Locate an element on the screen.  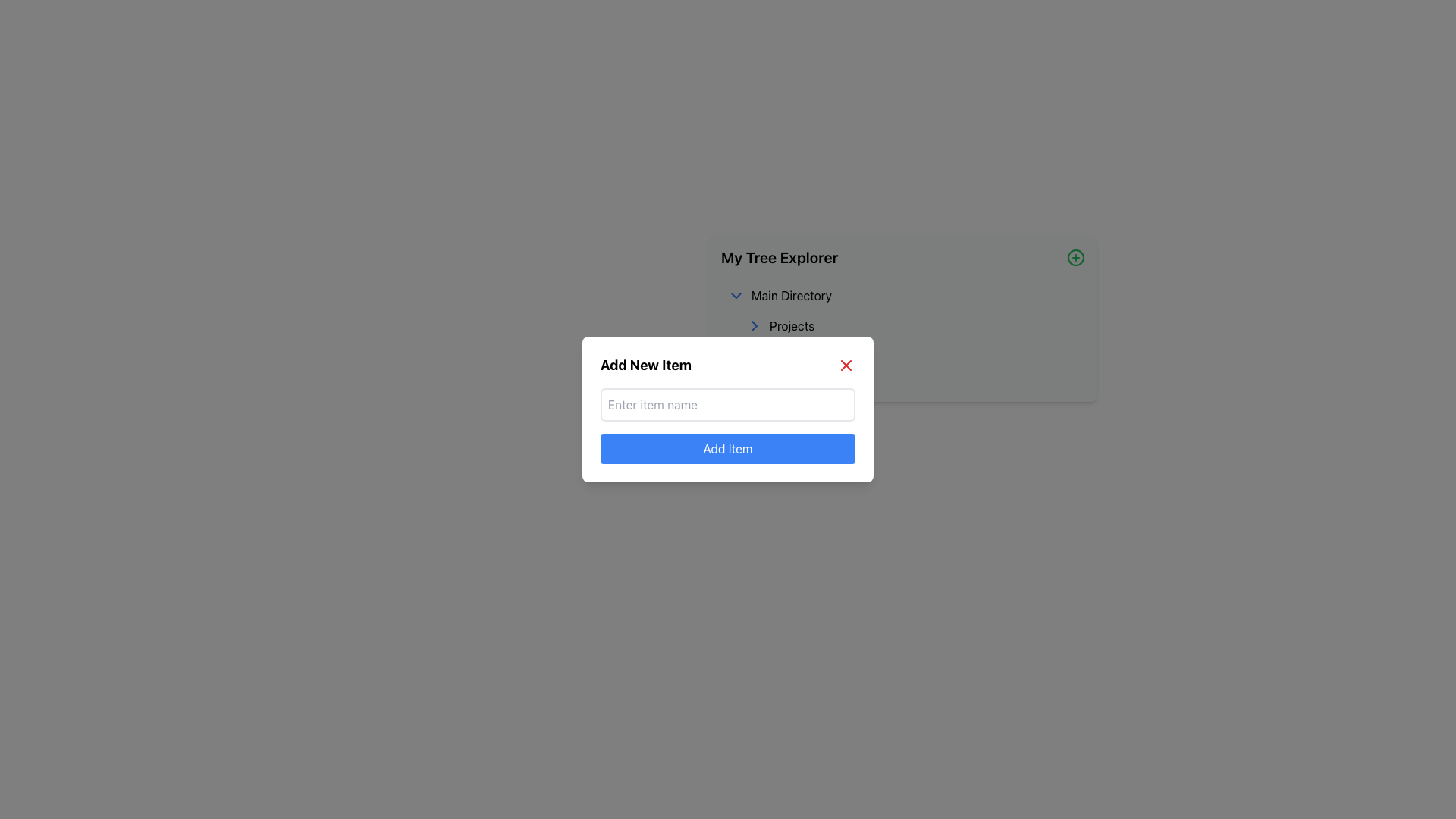
the circular button located at the top-right corner of the 'My Tree Explorer' card is located at coordinates (1075, 256).